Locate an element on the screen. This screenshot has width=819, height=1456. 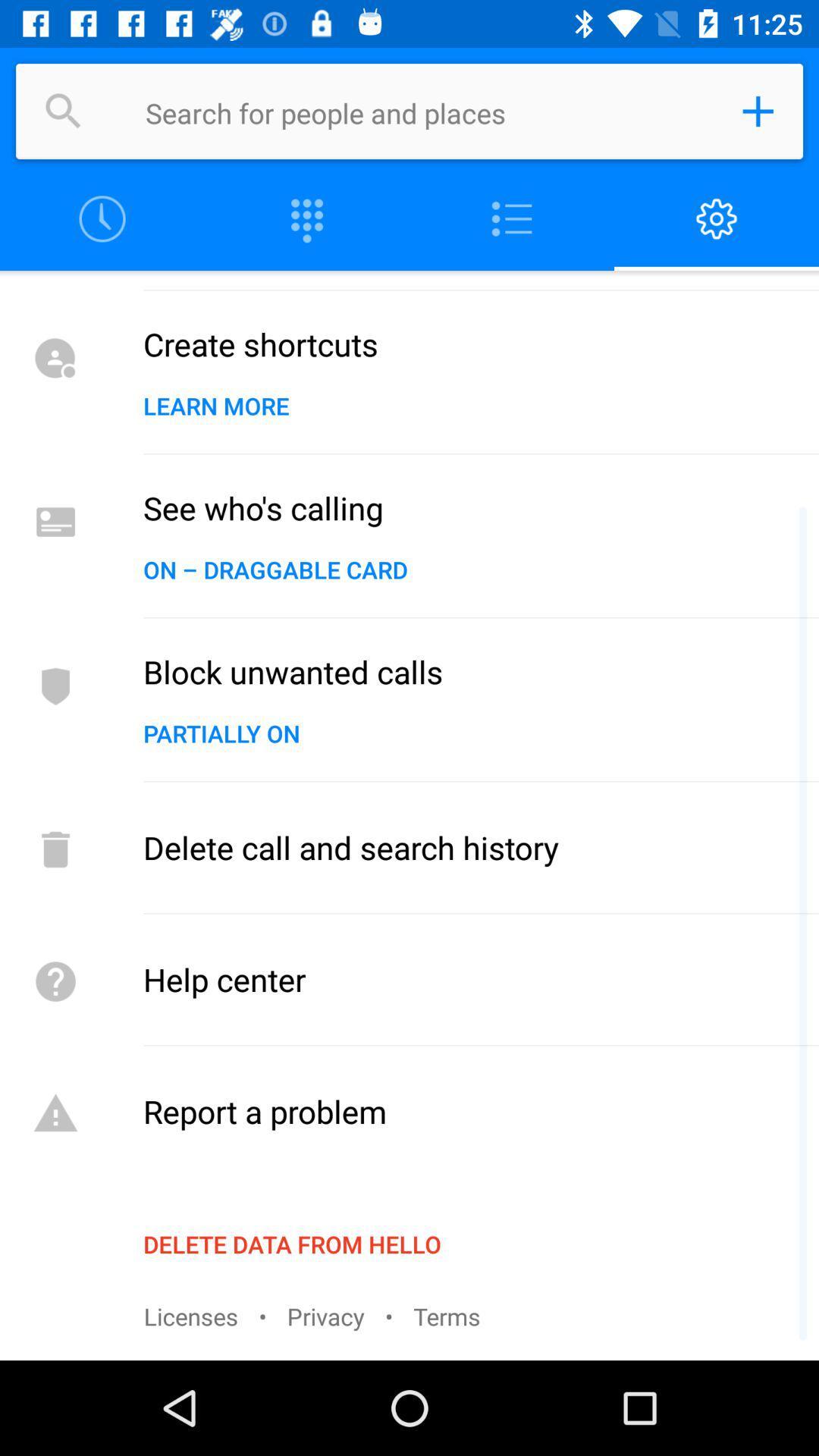
the search icon is located at coordinates (63, 111).